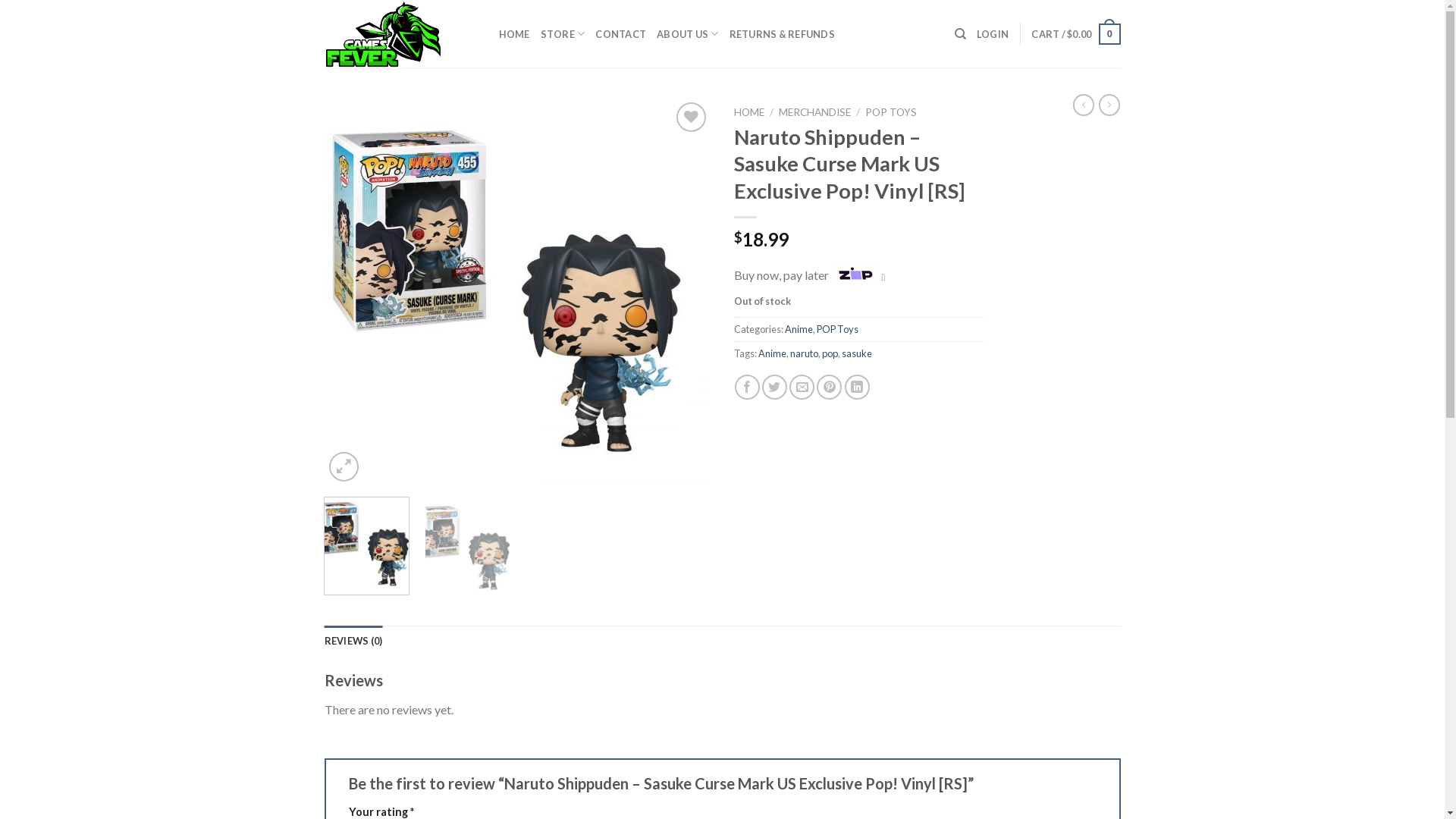 This screenshot has width=1456, height=819. Describe the element at coordinates (562, 34) in the screenshot. I see `'STORE'` at that location.